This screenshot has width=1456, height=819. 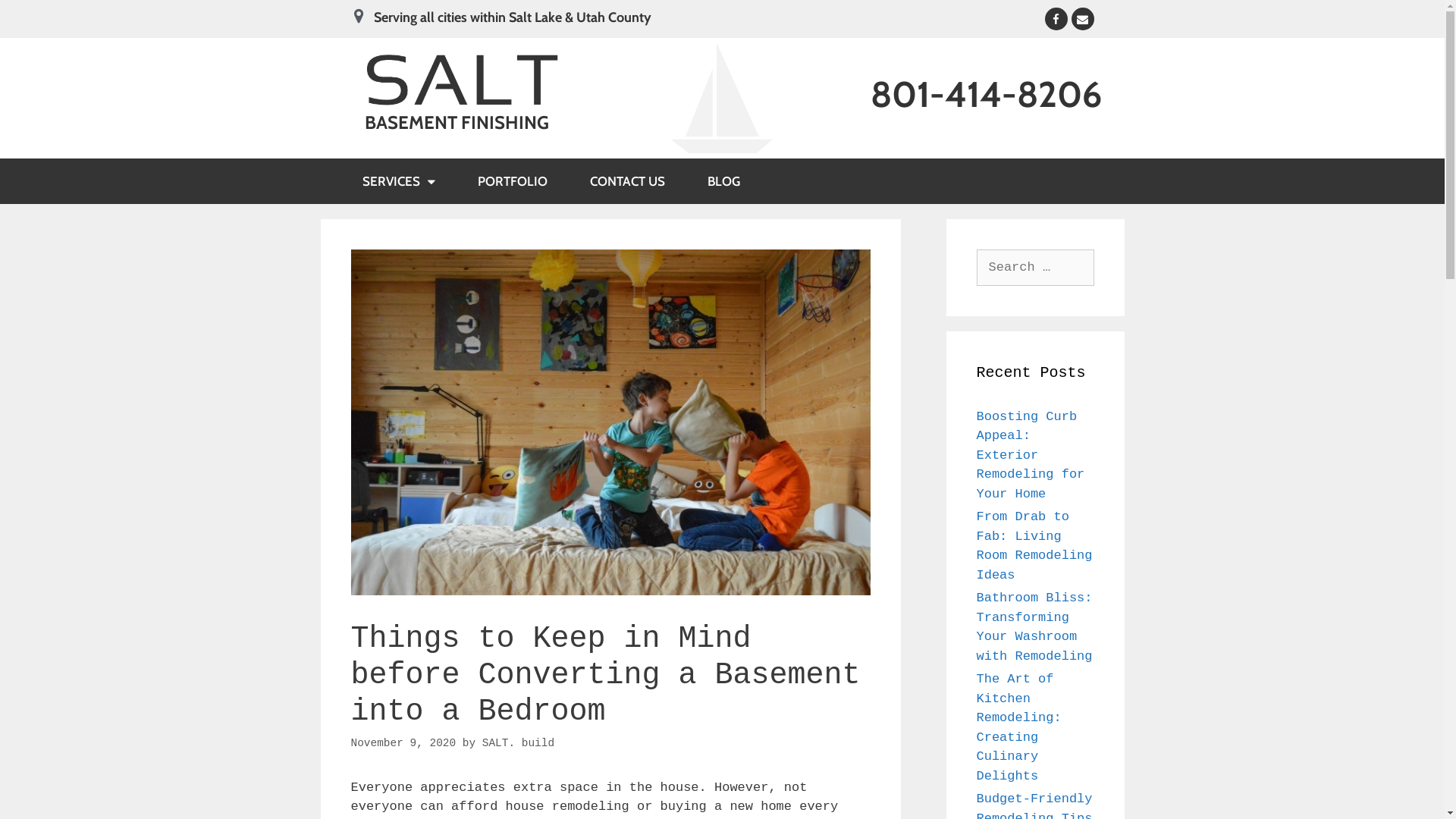 What do you see at coordinates (455, 180) in the screenshot?
I see `'PORTFOLIO'` at bounding box center [455, 180].